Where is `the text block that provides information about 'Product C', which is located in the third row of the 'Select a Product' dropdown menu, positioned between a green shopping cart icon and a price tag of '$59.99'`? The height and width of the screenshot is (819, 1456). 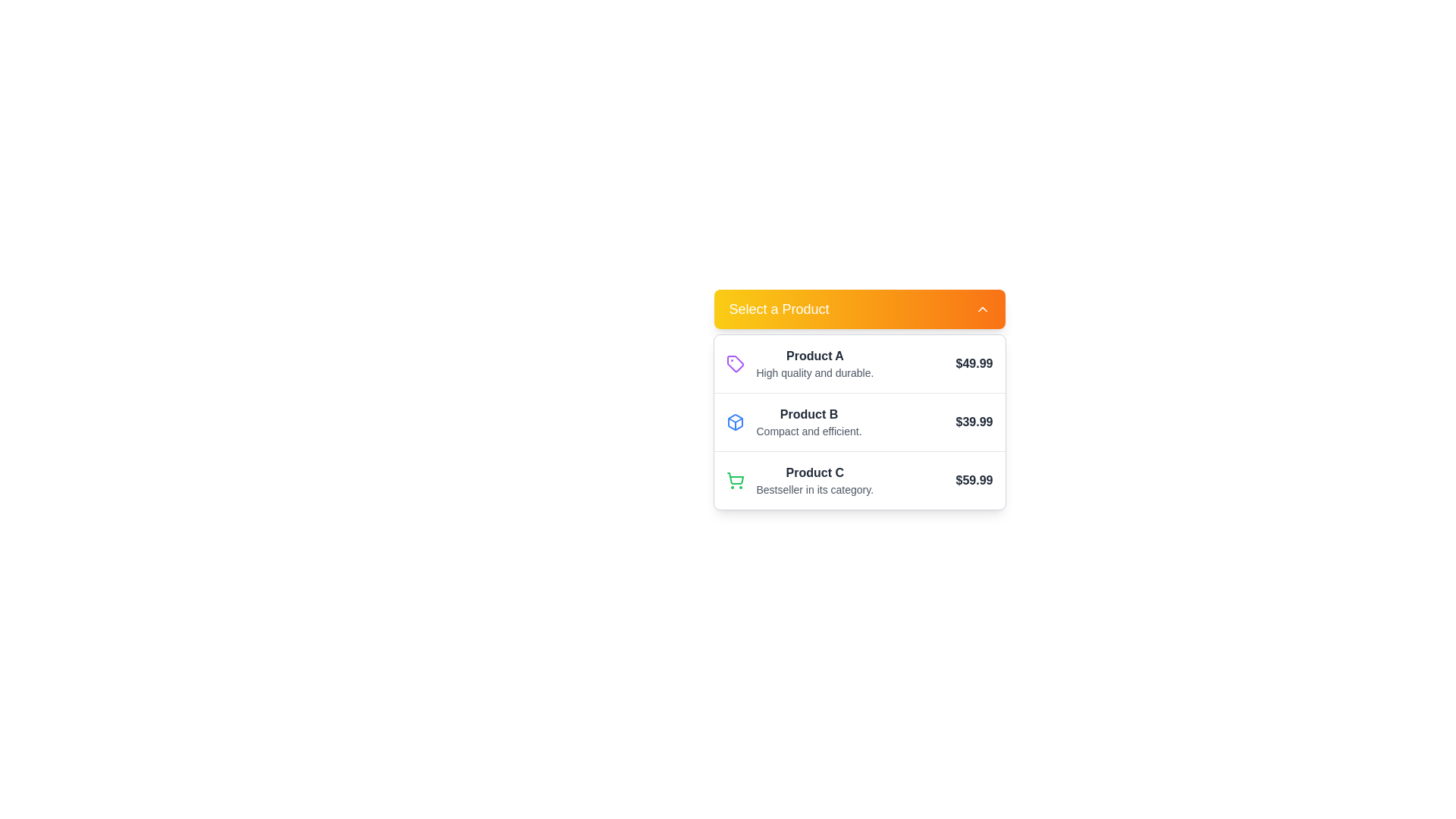
the text block that provides information about 'Product C', which is located in the third row of the 'Select a Product' dropdown menu, positioned between a green shopping cart icon and a price tag of '$59.99' is located at coordinates (814, 480).